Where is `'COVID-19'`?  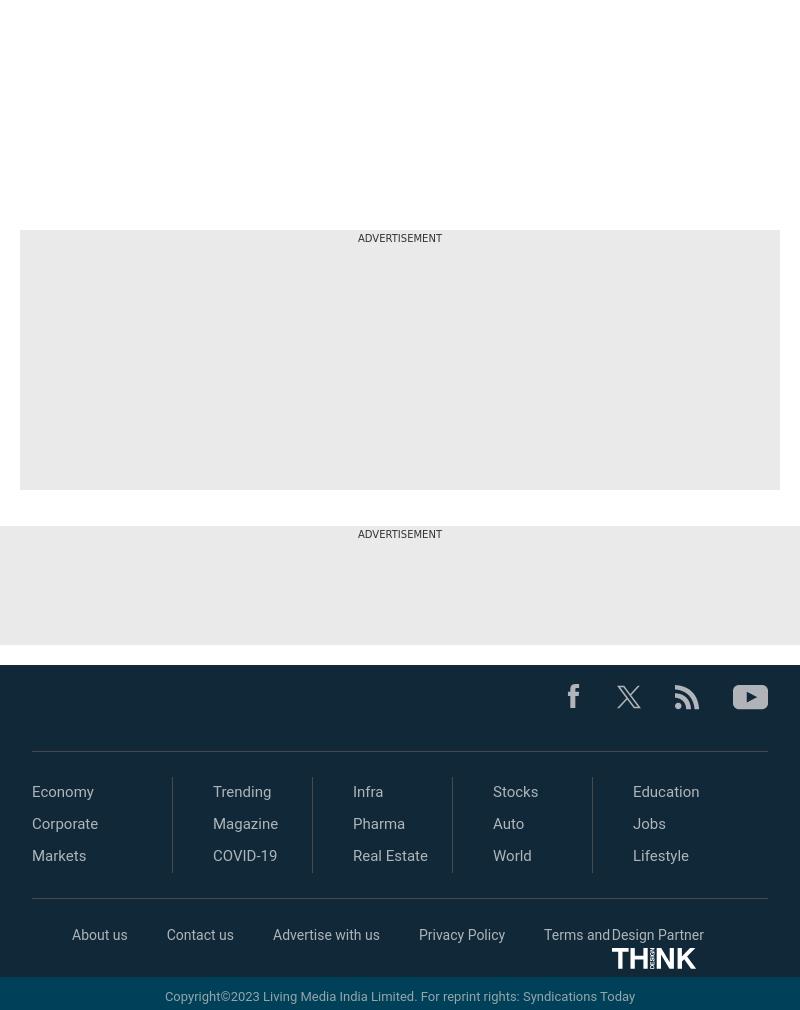
'COVID-19' is located at coordinates (244, 855).